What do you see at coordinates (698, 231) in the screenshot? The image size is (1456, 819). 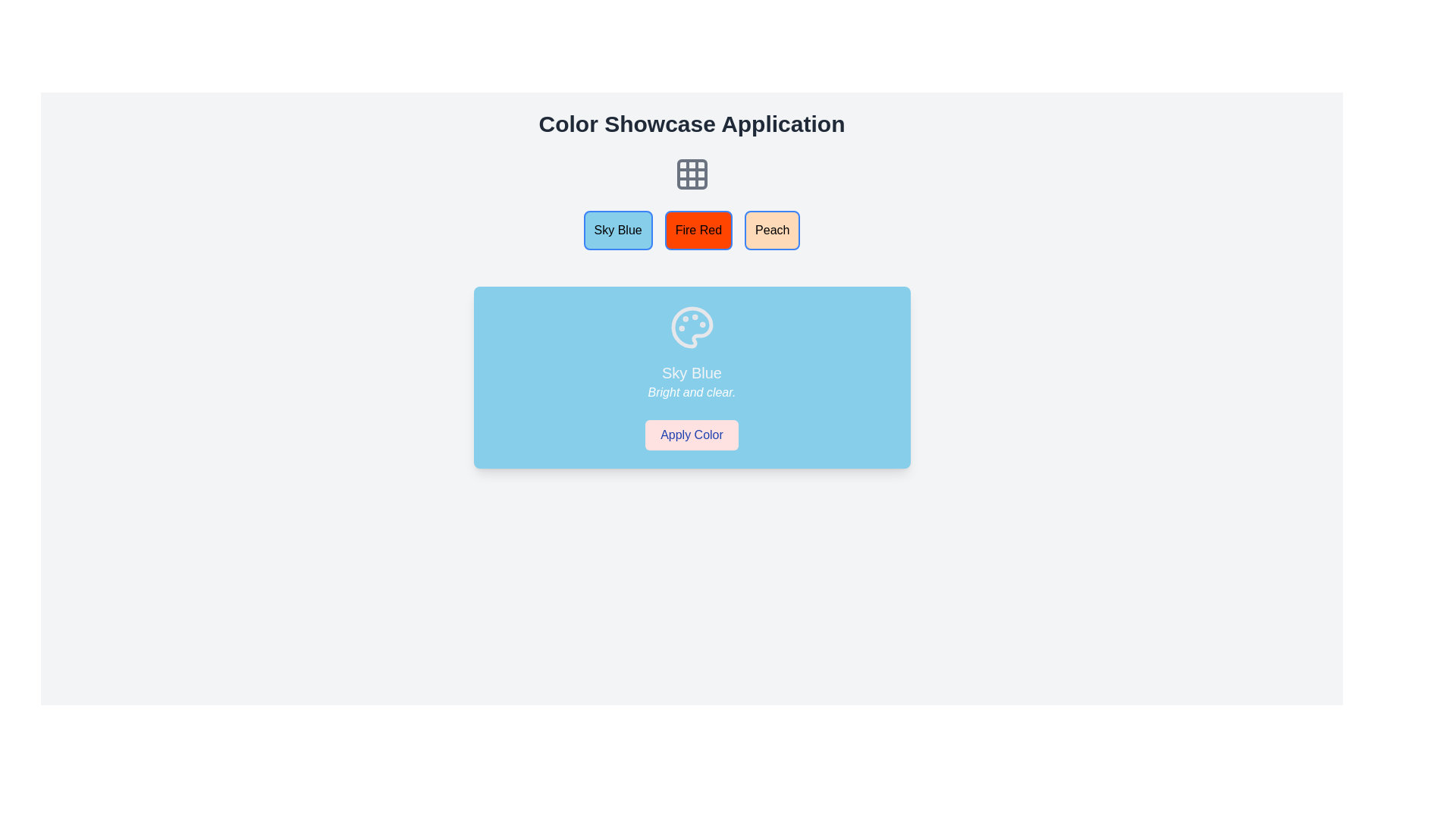 I see `the 'Fire Red' color selector button, which is the second button in a row of three` at bounding box center [698, 231].